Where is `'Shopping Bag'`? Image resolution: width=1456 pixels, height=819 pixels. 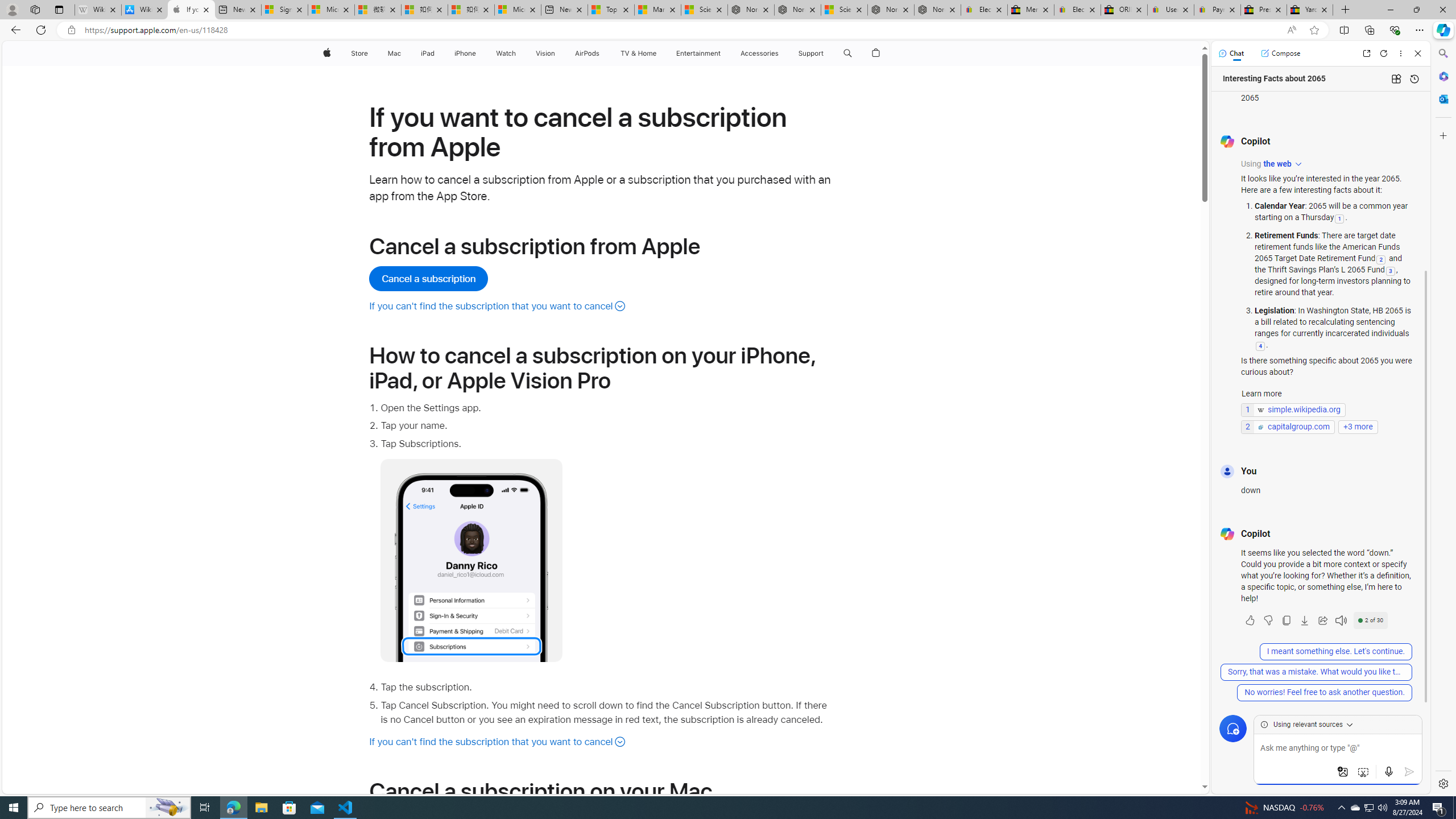
'Shopping Bag' is located at coordinates (876, 53).